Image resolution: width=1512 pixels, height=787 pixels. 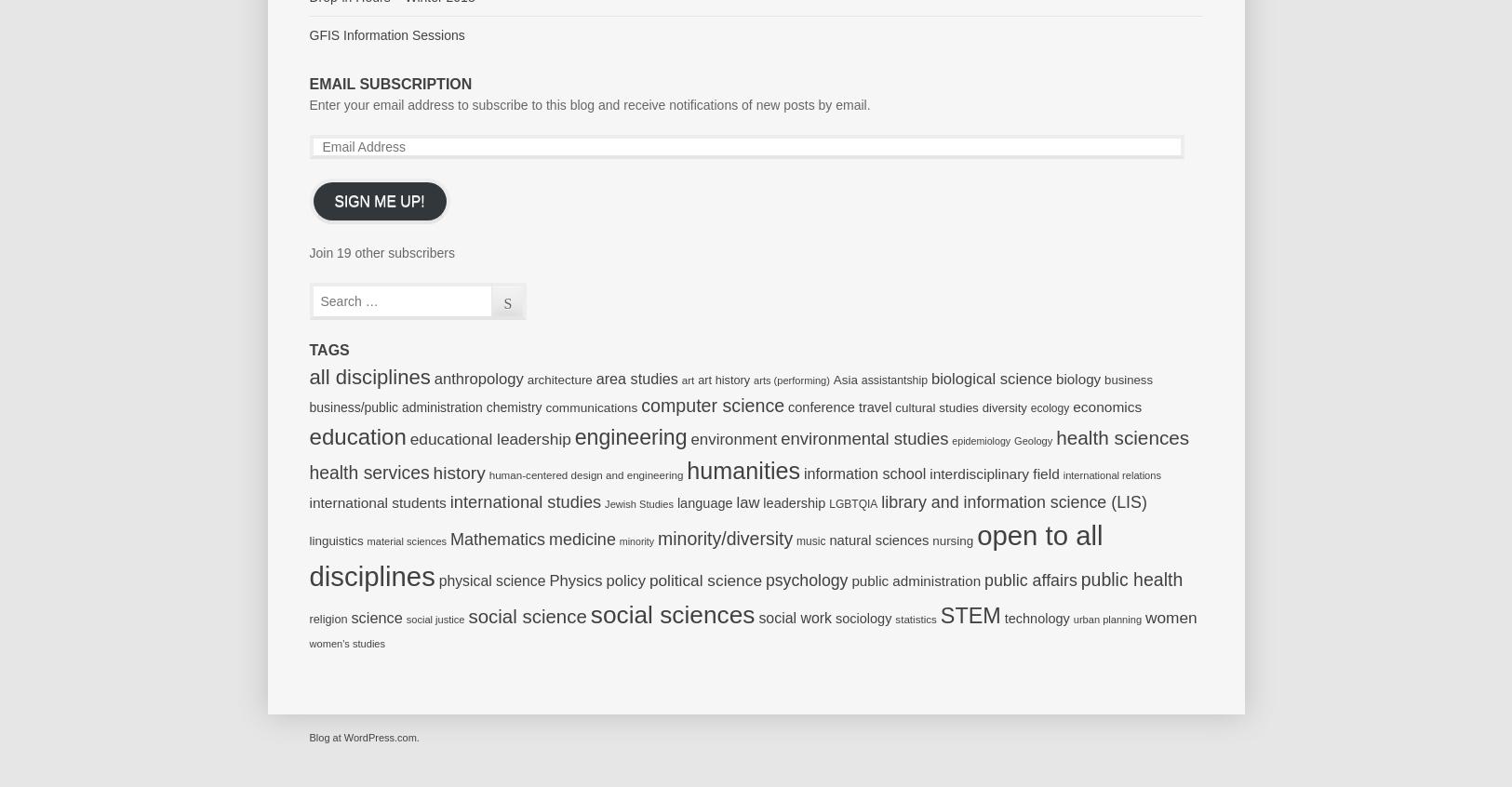 What do you see at coordinates (488, 436) in the screenshot?
I see `'educational leadership'` at bounding box center [488, 436].